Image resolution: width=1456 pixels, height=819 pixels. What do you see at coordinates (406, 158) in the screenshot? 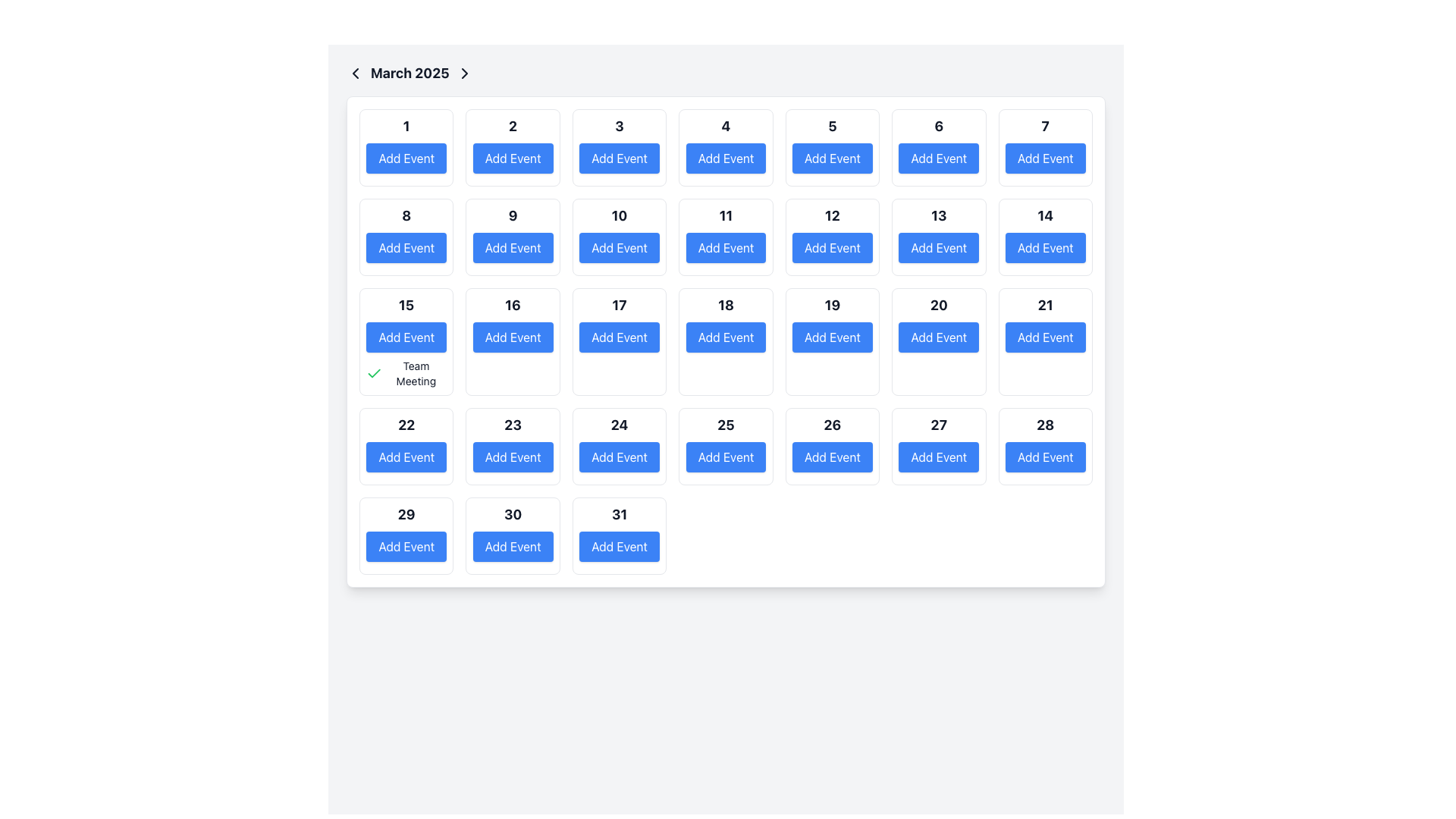
I see `the rectangular 'Add Event' button with a vibrant blue background and white text, located under the cell labeled '1' in the March 2025 calendar view, to trigger its hover effect` at bounding box center [406, 158].